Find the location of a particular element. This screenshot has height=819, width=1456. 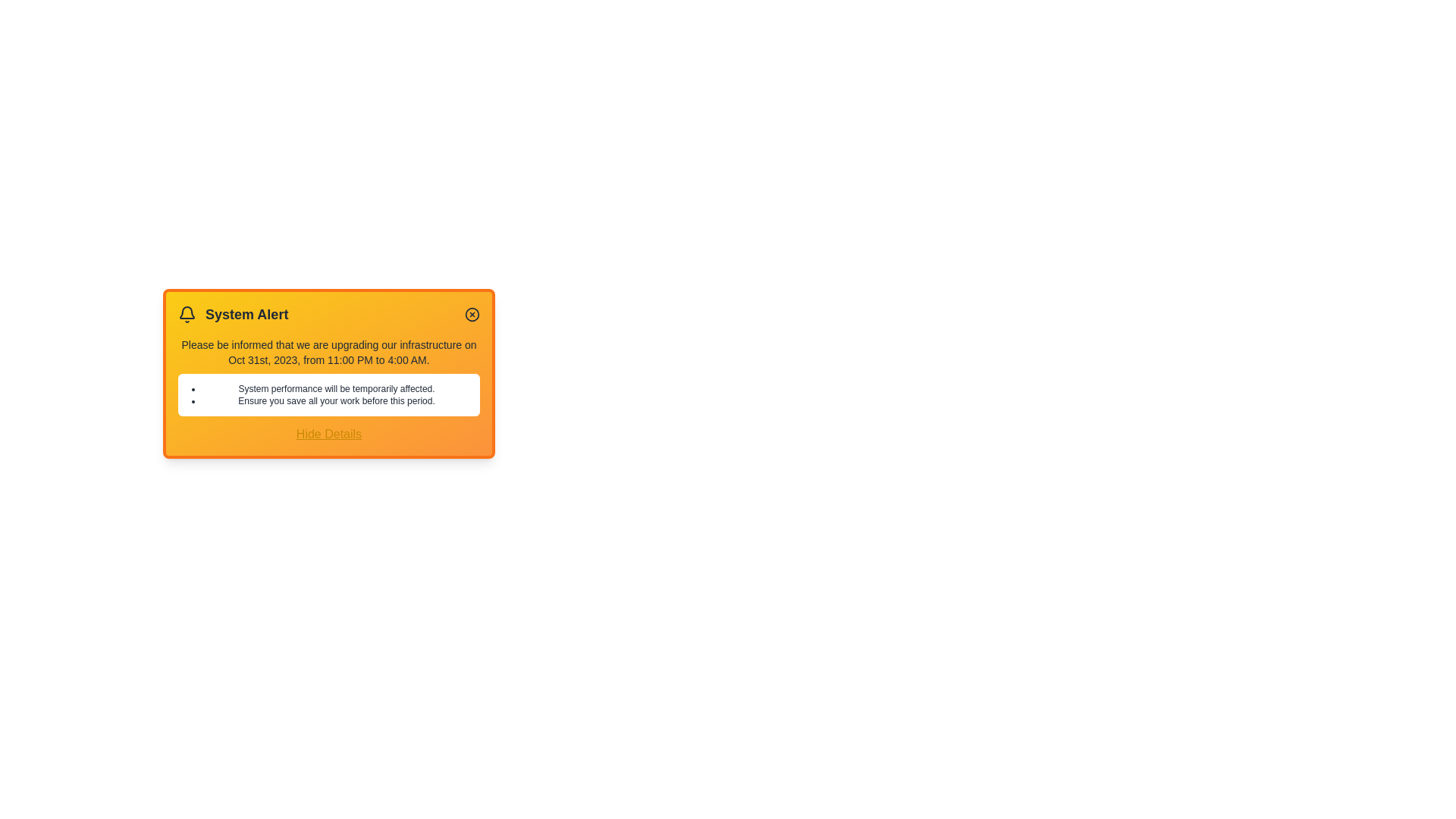

the 'Hide Details' button to toggle the details section is located at coordinates (327, 435).